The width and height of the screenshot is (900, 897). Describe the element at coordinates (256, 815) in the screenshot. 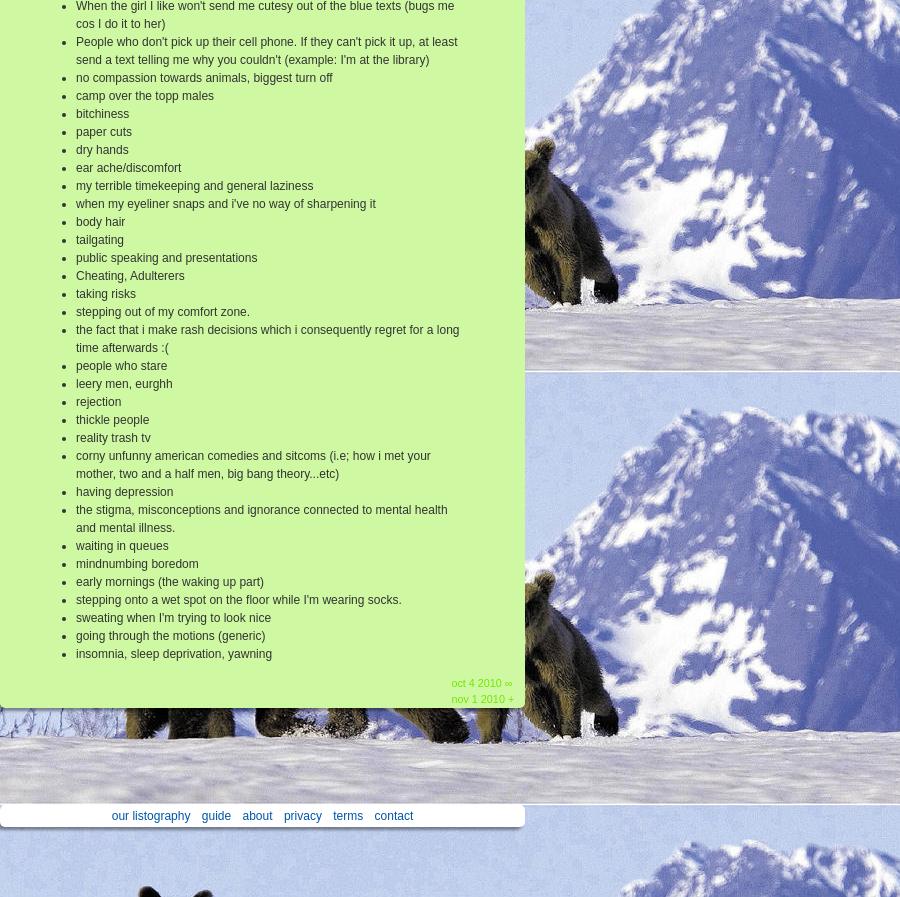

I see `'about'` at that location.